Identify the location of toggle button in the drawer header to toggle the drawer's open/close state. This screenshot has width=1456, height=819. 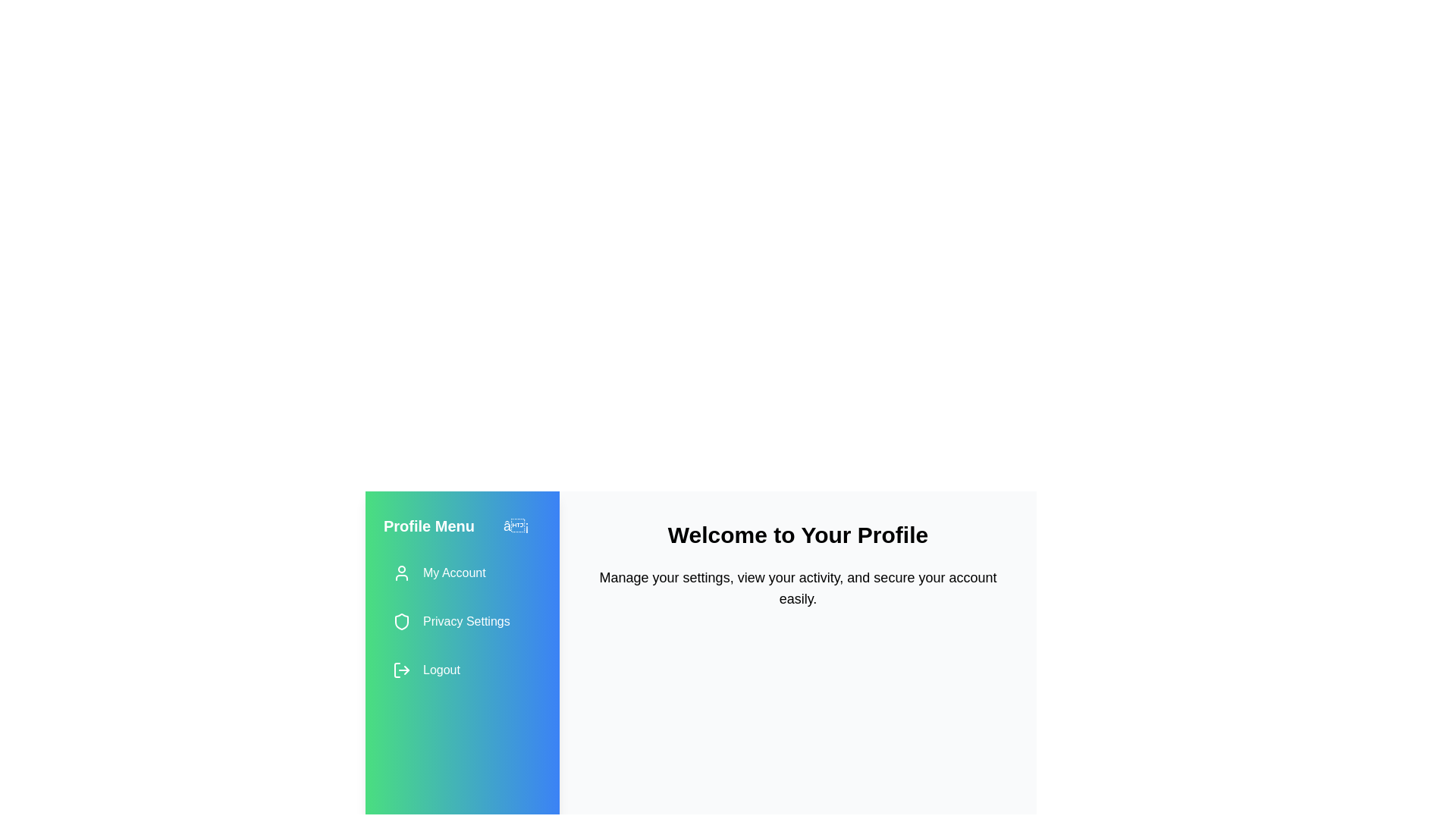
(516, 526).